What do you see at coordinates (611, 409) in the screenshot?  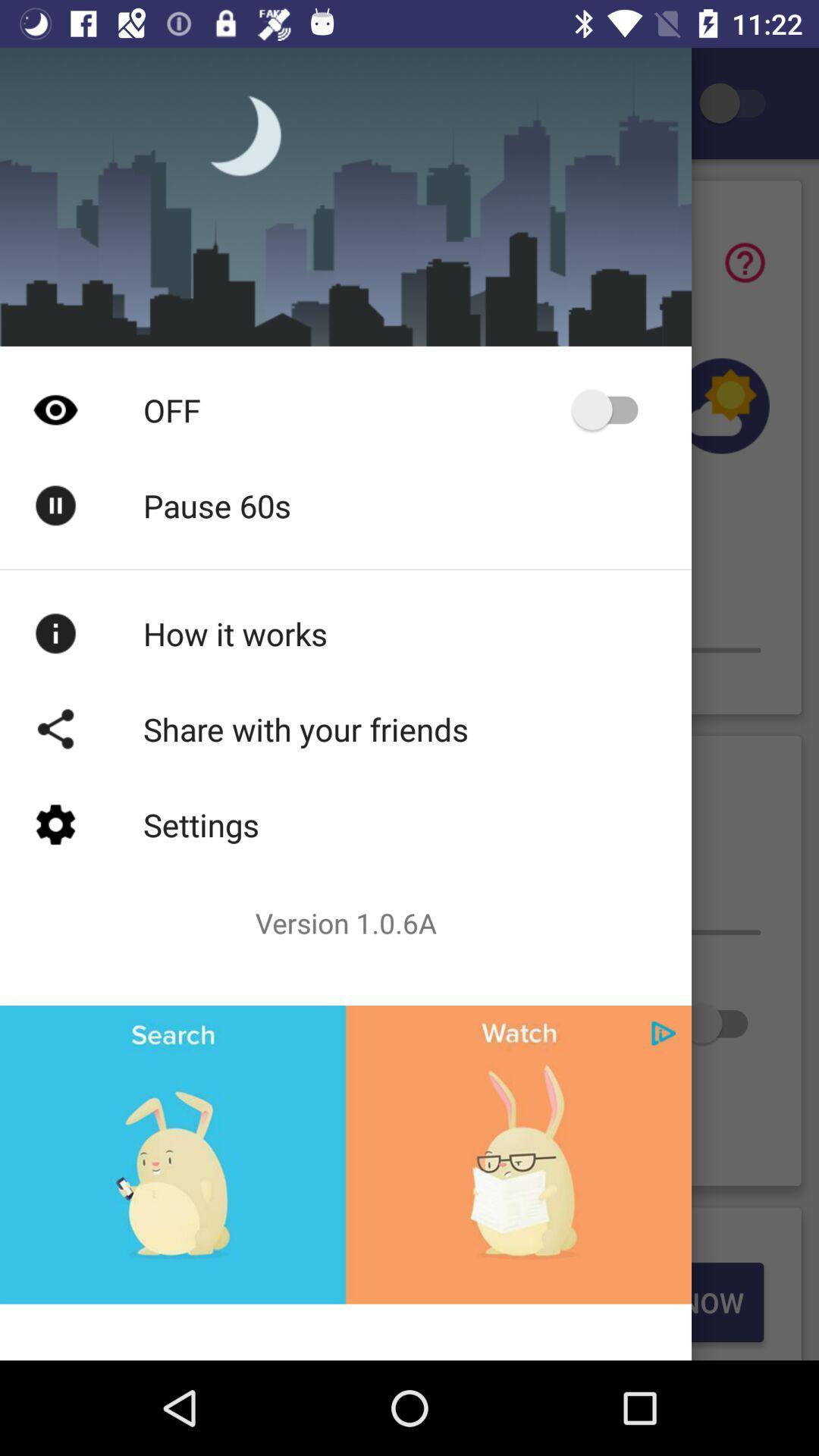 I see `autoplay option` at bounding box center [611, 409].